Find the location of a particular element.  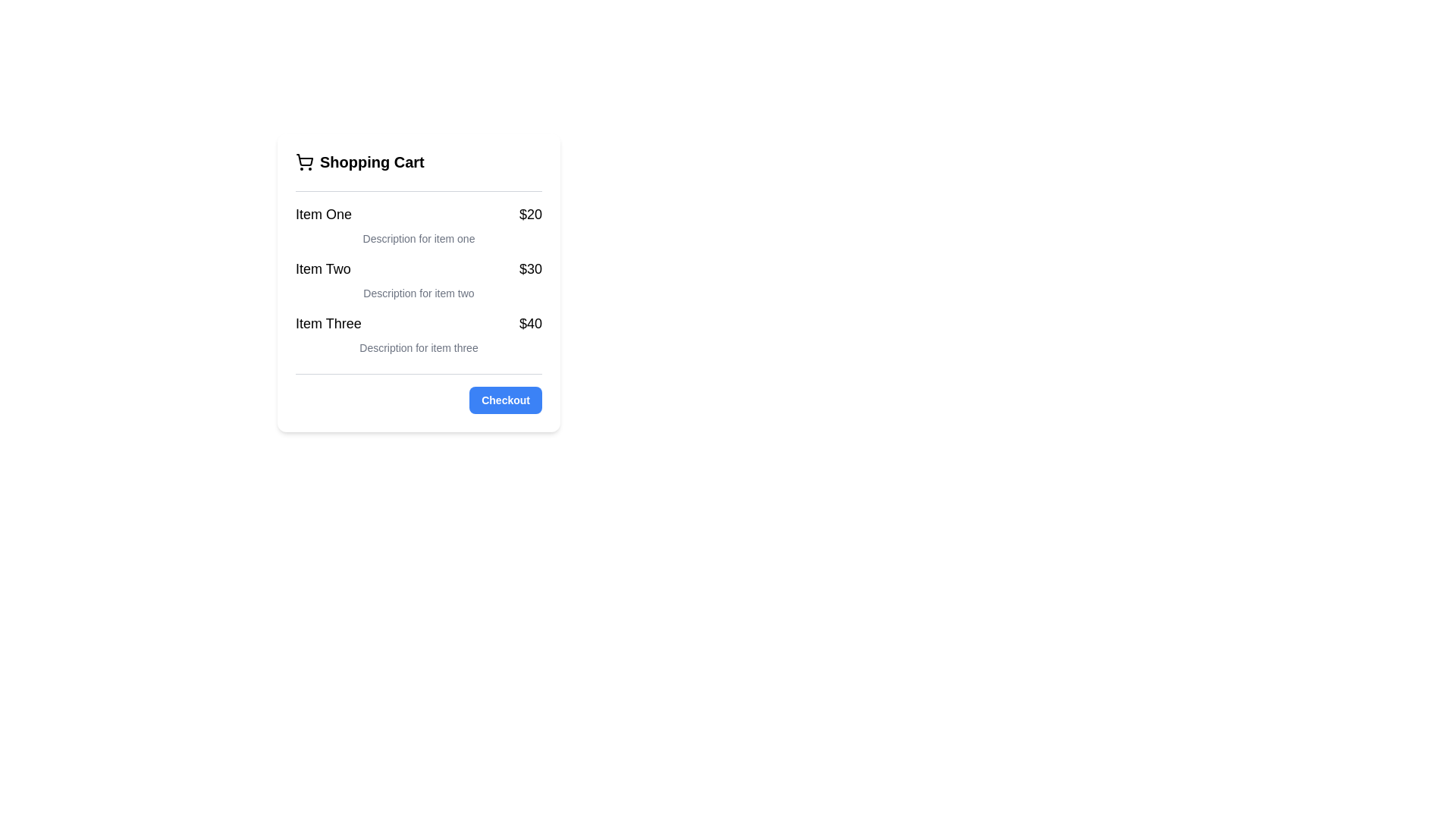

the text label displaying the amount '$30', which is bold and aligned to the right side of the content row for 'Item Two' in the shopping cart interface is located at coordinates (531, 268).